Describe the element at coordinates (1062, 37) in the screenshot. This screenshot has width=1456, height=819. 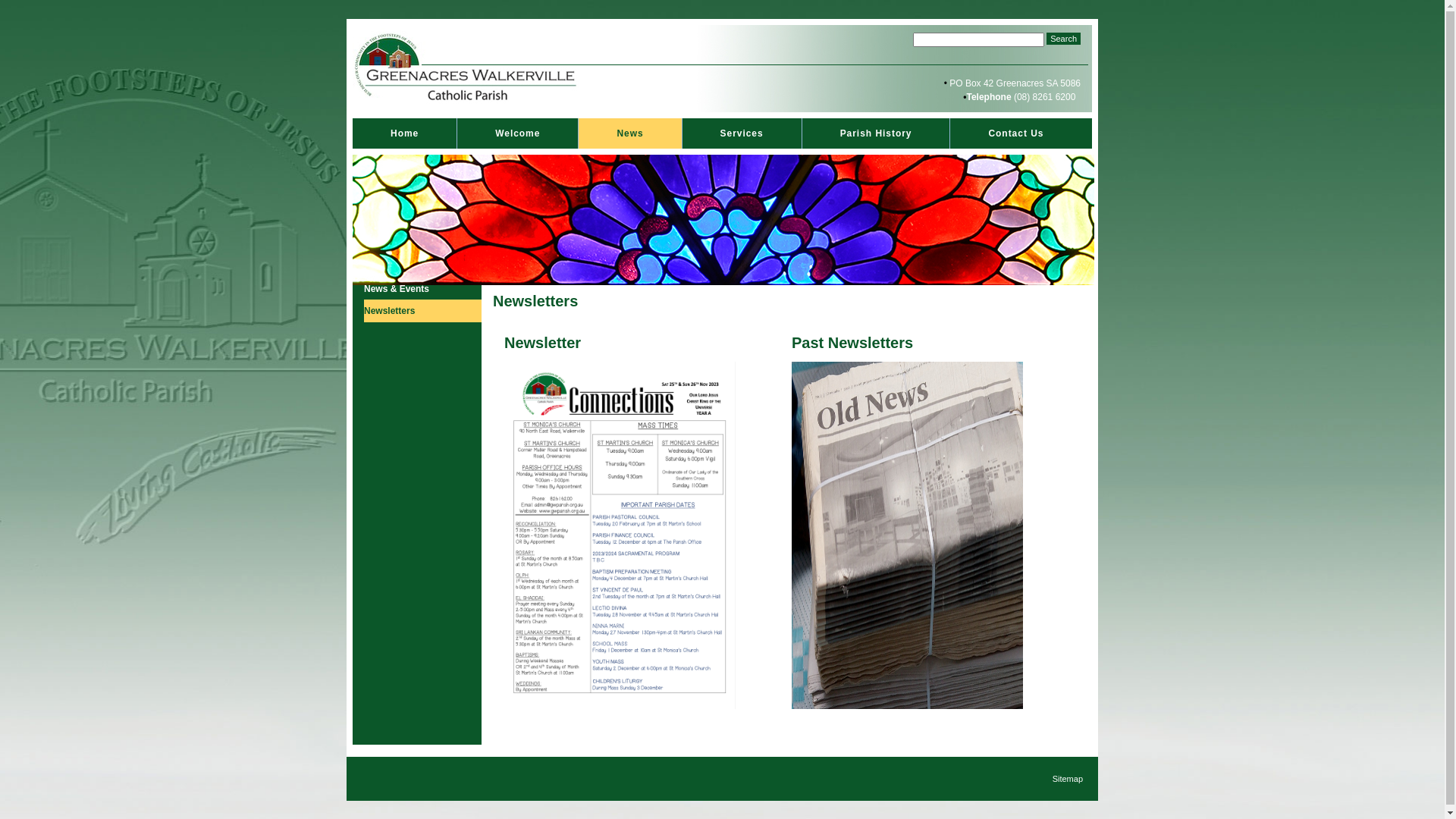
I see `'Search'` at that location.